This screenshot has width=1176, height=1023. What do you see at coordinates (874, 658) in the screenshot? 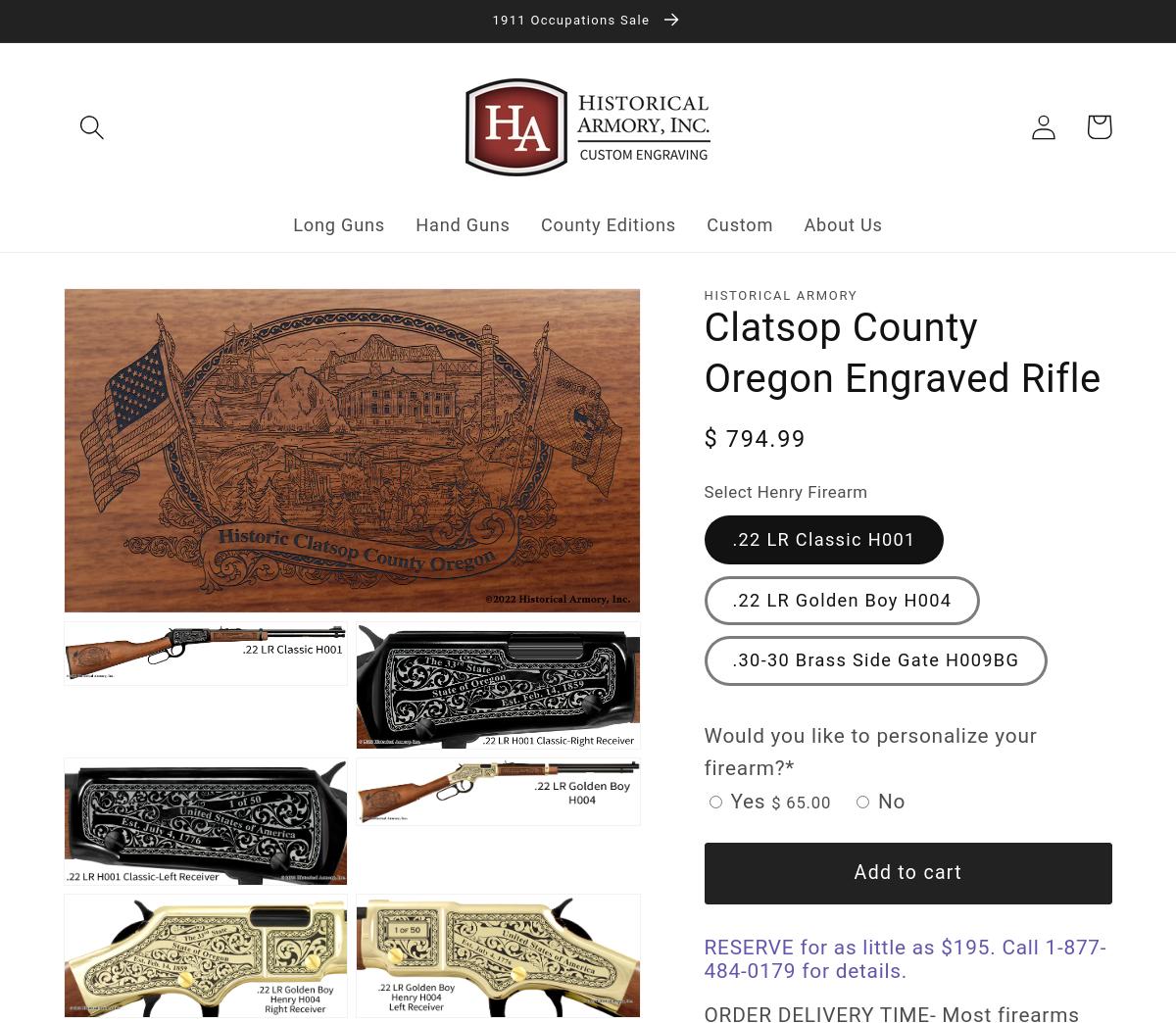
I see `'.30-30 Brass Side Gate H009BG'` at bounding box center [874, 658].